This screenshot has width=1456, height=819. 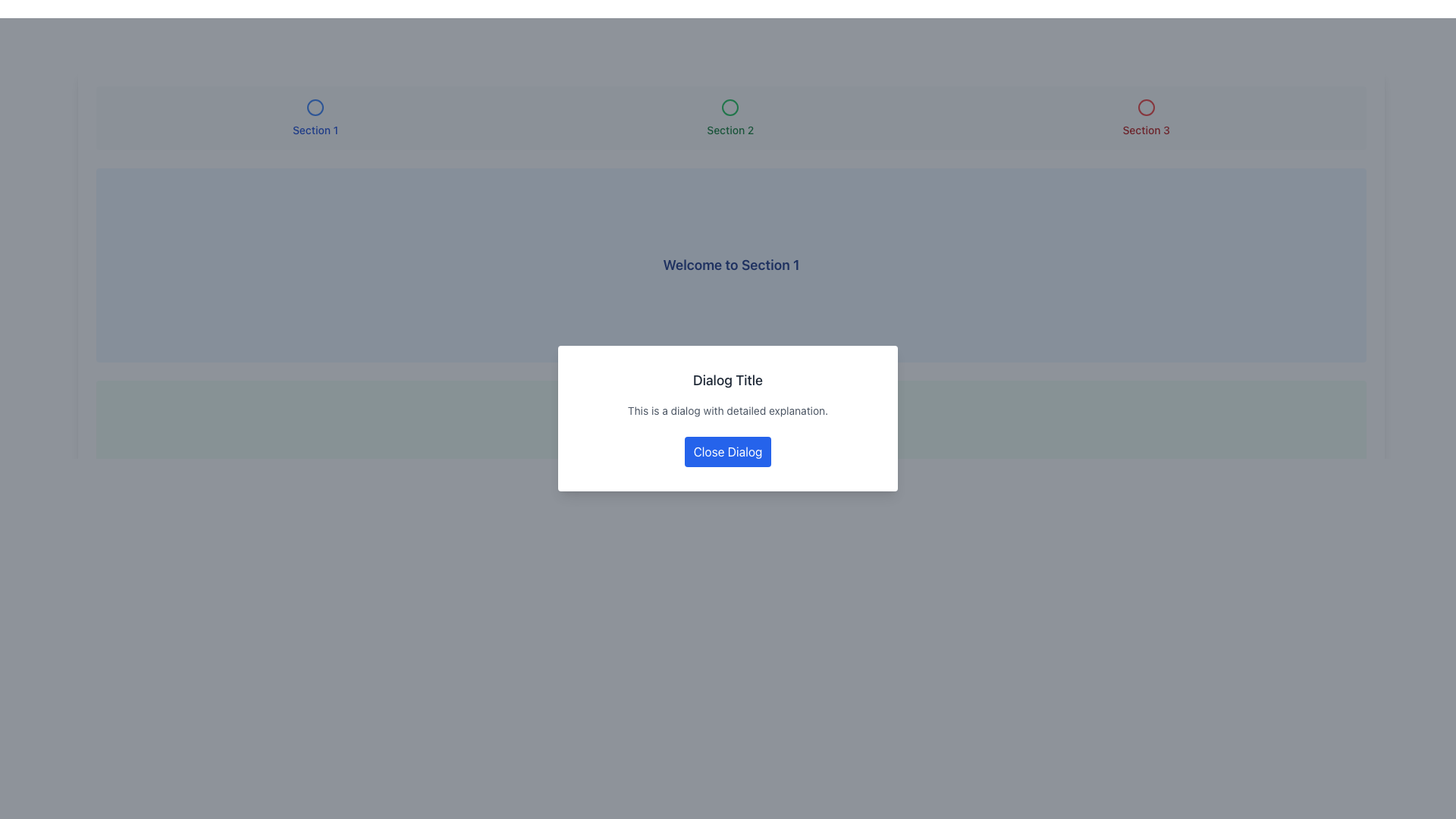 What do you see at coordinates (1146, 107) in the screenshot?
I see `the SVG circle element located in the top-right section of the interface, which serves as a status indicator for 'Section 3'` at bounding box center [1146, 107].